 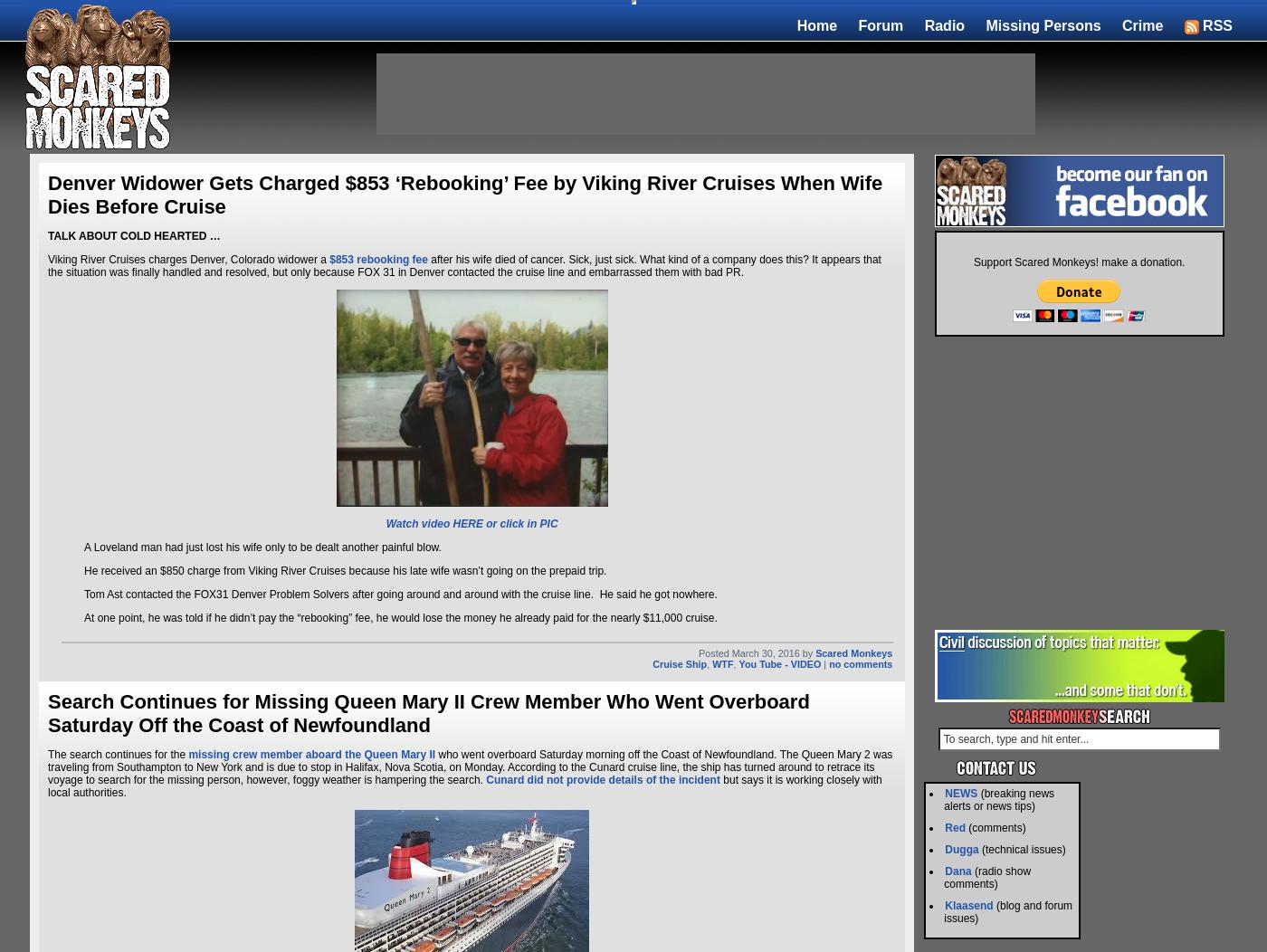 What do you see at coordinates (944, 24) in the screenshot?
I see `'Radio'` at bounding box center [944, 24].